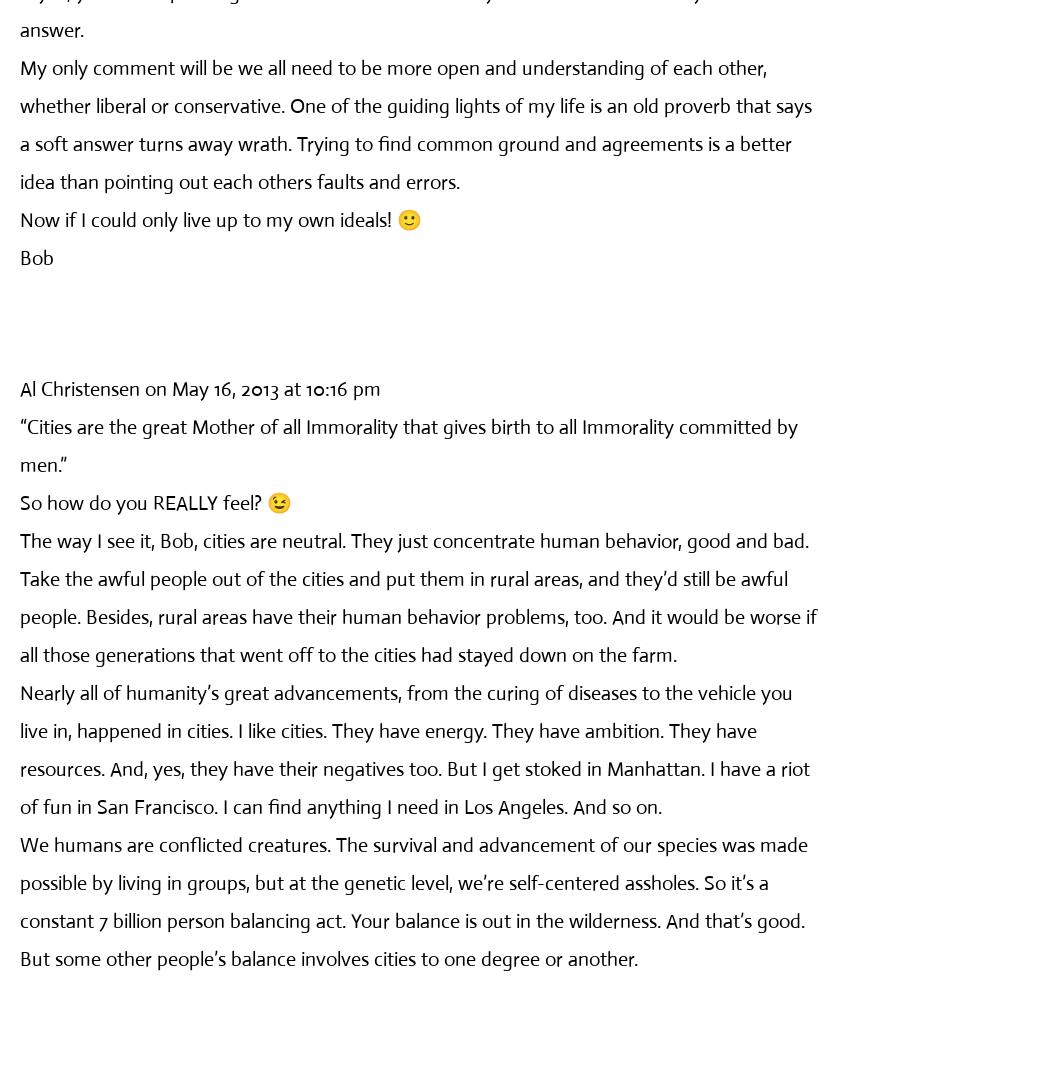 The width and height of the screenshot is (1050, 1074). I want to click on '“Cities are the great Mother of all Immorality that gives birth to all Immorality committed by men.”', so click(408, 444).